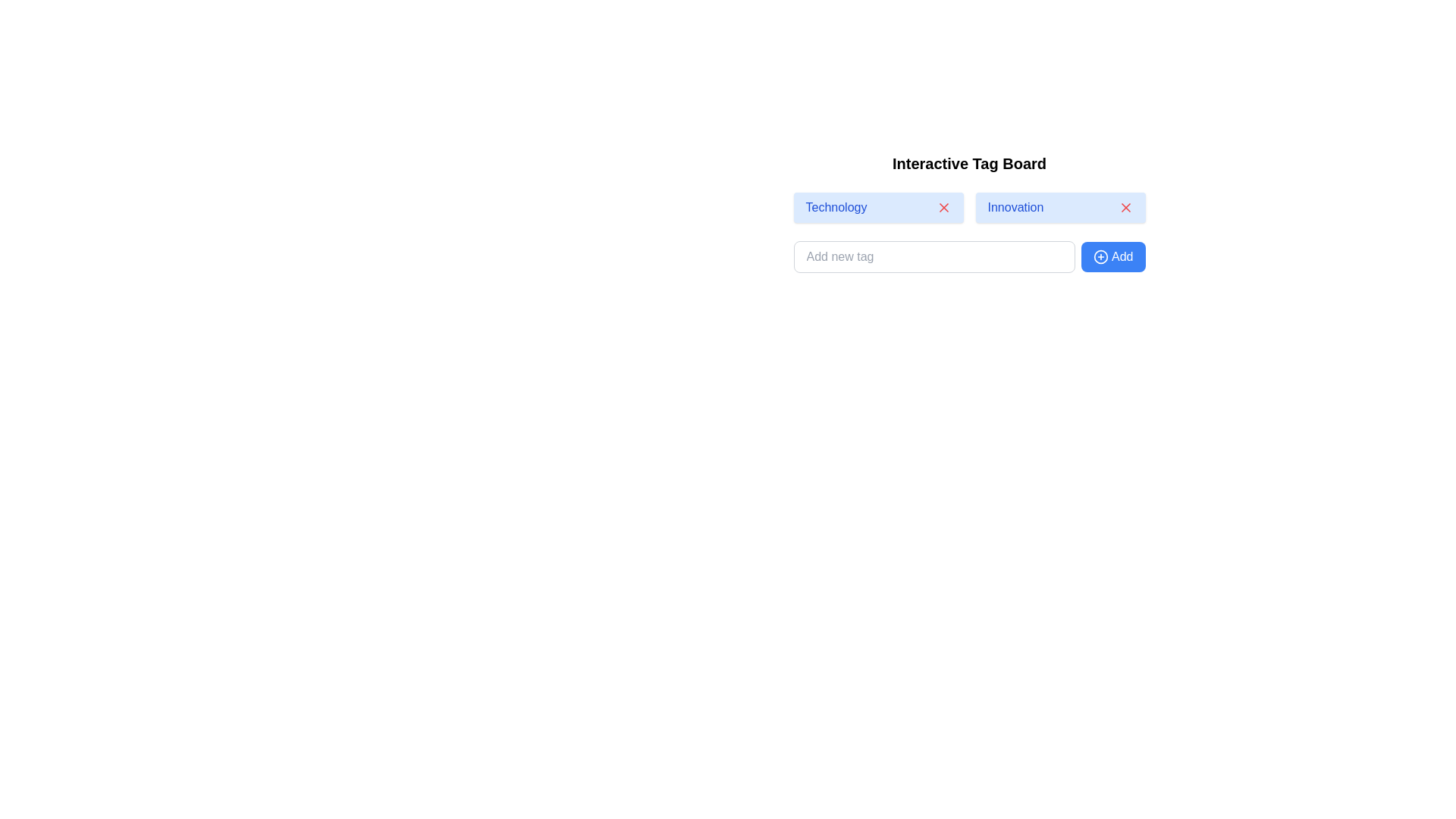  What do you see at coordinates (943, 207) in the screenshot?
I see `the deletion button associated with the 'Technology' tag` at bounding box center [943, 207].